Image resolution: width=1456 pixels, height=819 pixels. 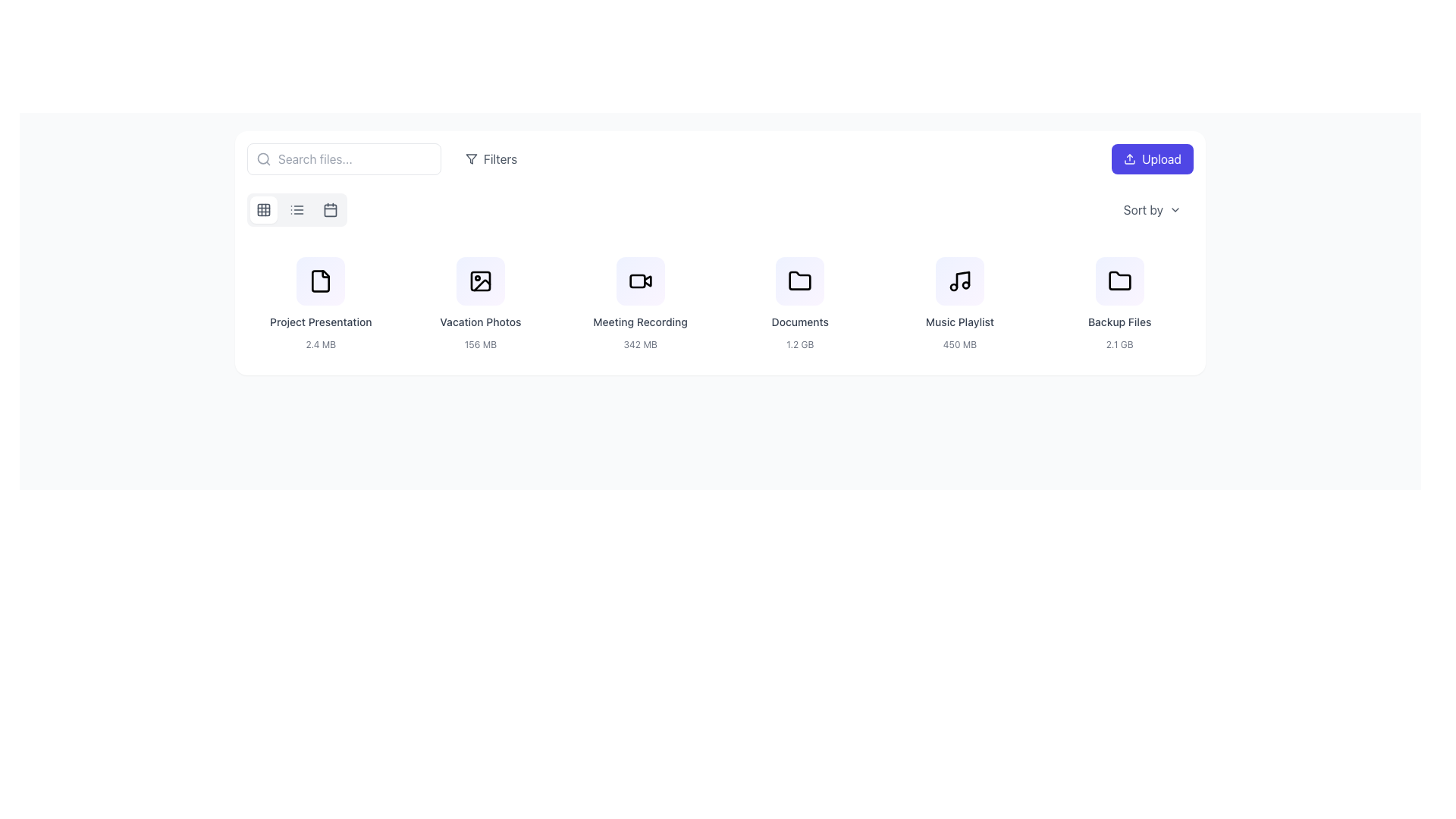 What do you see at coordinates (1130, 158) in the screenshot?
I see `the decorative icon of the 'Upload' button located in the top-right corner of the interface` at bounding box center [1130, 158].